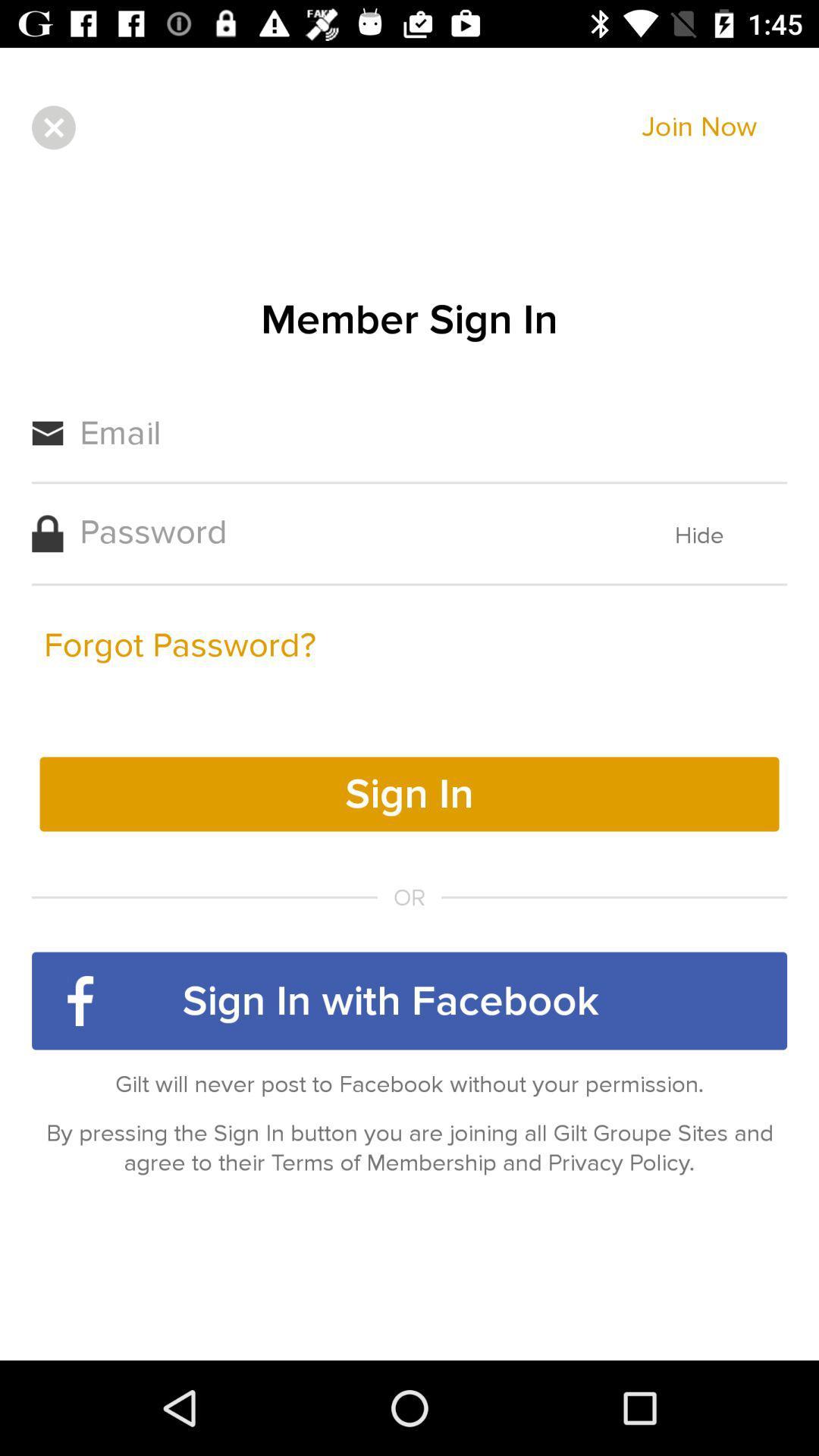 This screenshot has height=1456, width=819. Describe the element at coordinates (699, 535) in the screenshot. I see `the text hide` at that location.